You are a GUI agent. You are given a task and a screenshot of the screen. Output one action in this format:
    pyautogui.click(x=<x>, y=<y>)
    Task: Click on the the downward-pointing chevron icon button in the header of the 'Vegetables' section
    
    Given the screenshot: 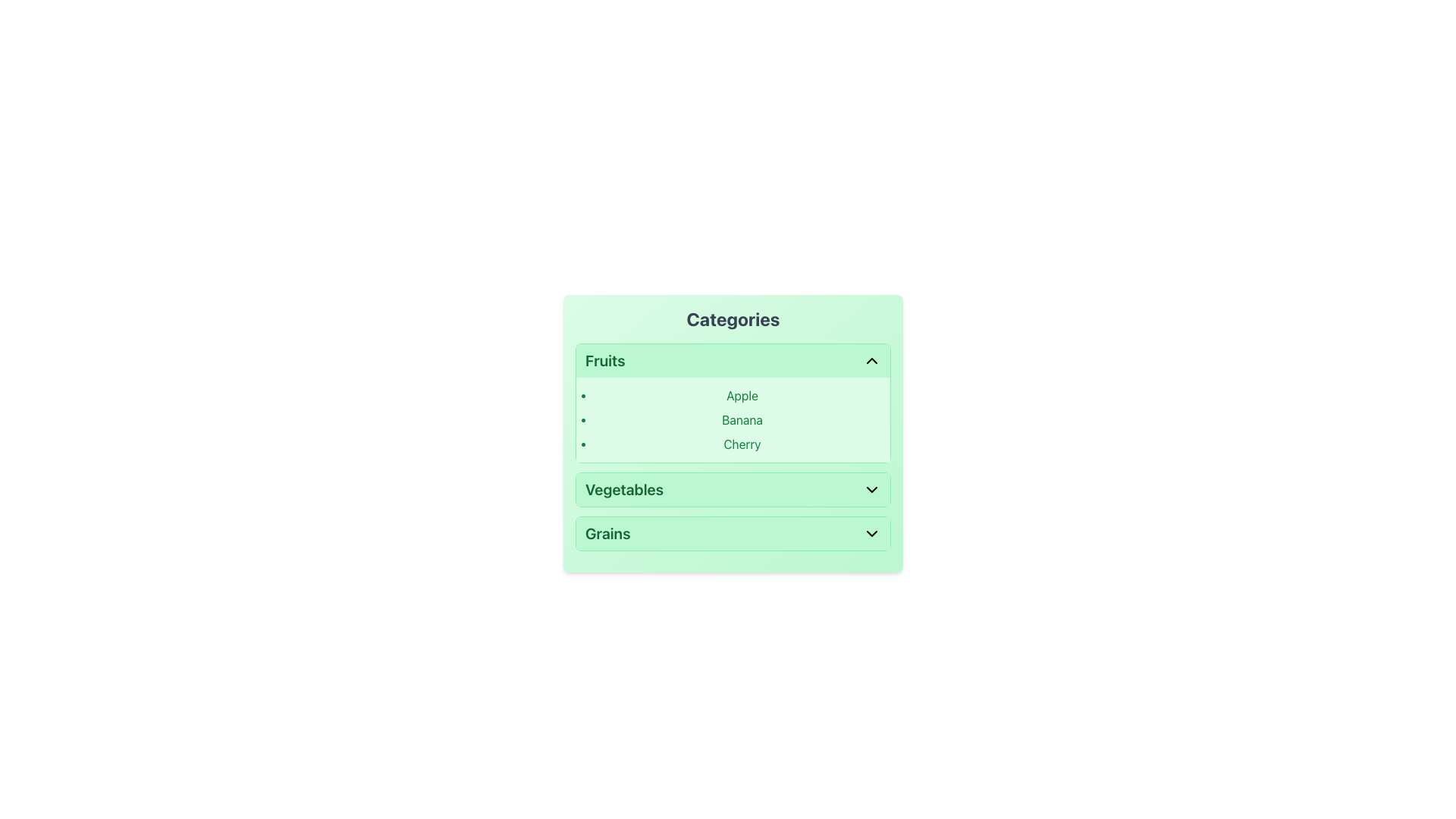 What is the action you would take?
    pyautogui.click(x=872, y=489)
    